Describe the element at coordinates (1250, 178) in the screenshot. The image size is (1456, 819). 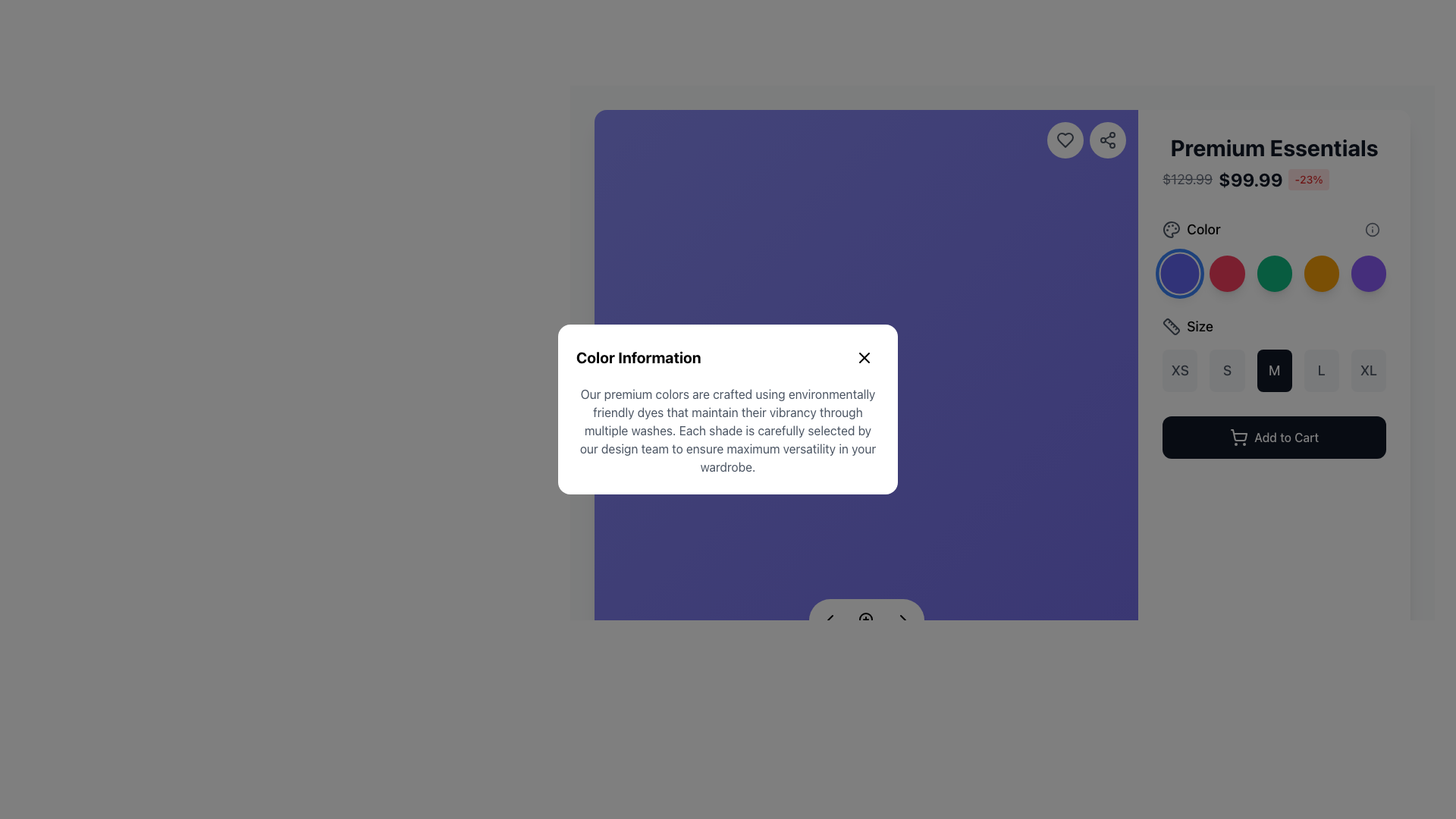
I see `the bold text label displaying the price information '$99.99', which is located between the price label '$129.99' and the discount percentage label '-23%' in the product information area` at that location.